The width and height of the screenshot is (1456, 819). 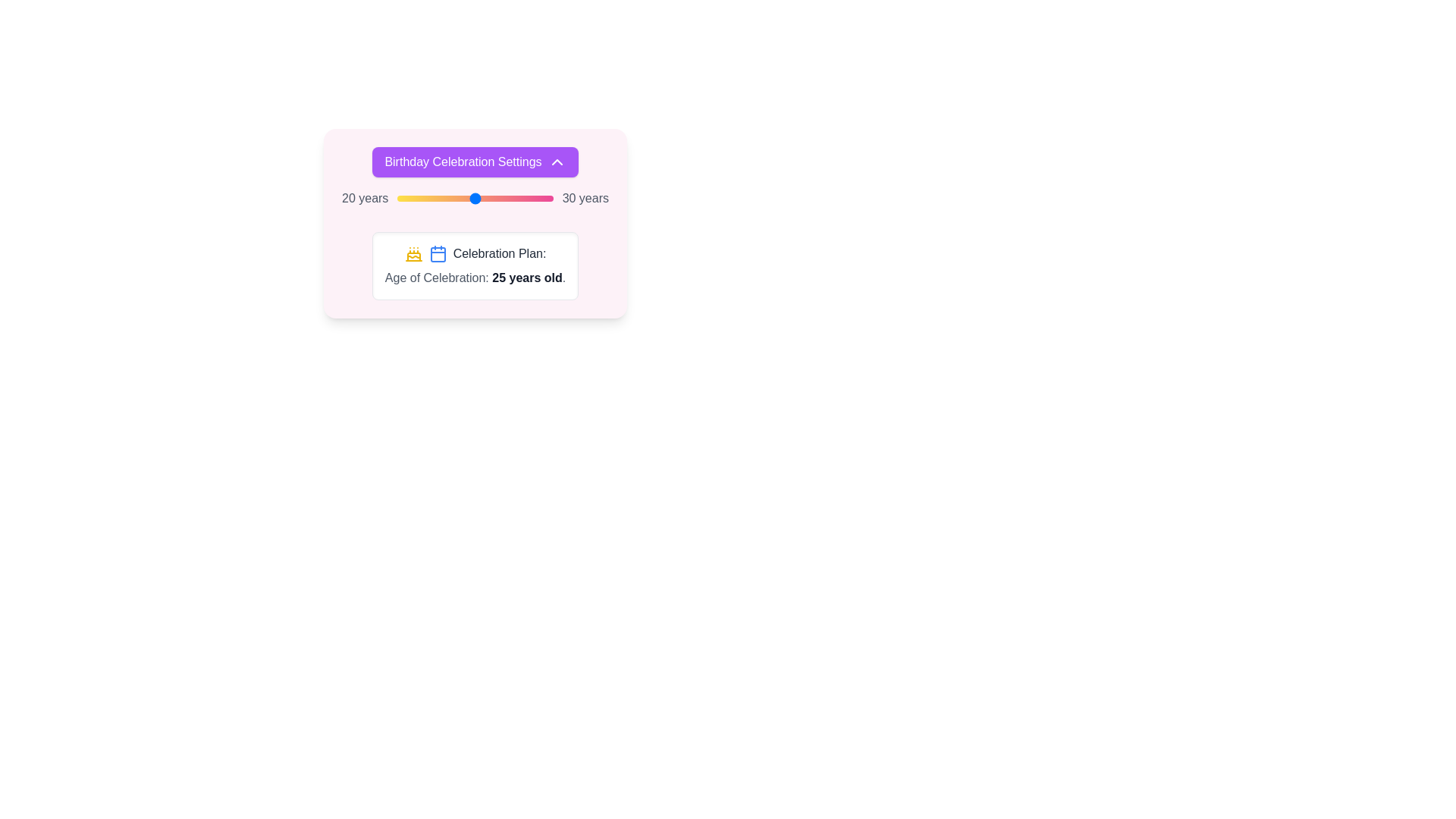 I want to click on the slider to set the celebration age to 21 years, so click(x=413, y=198).